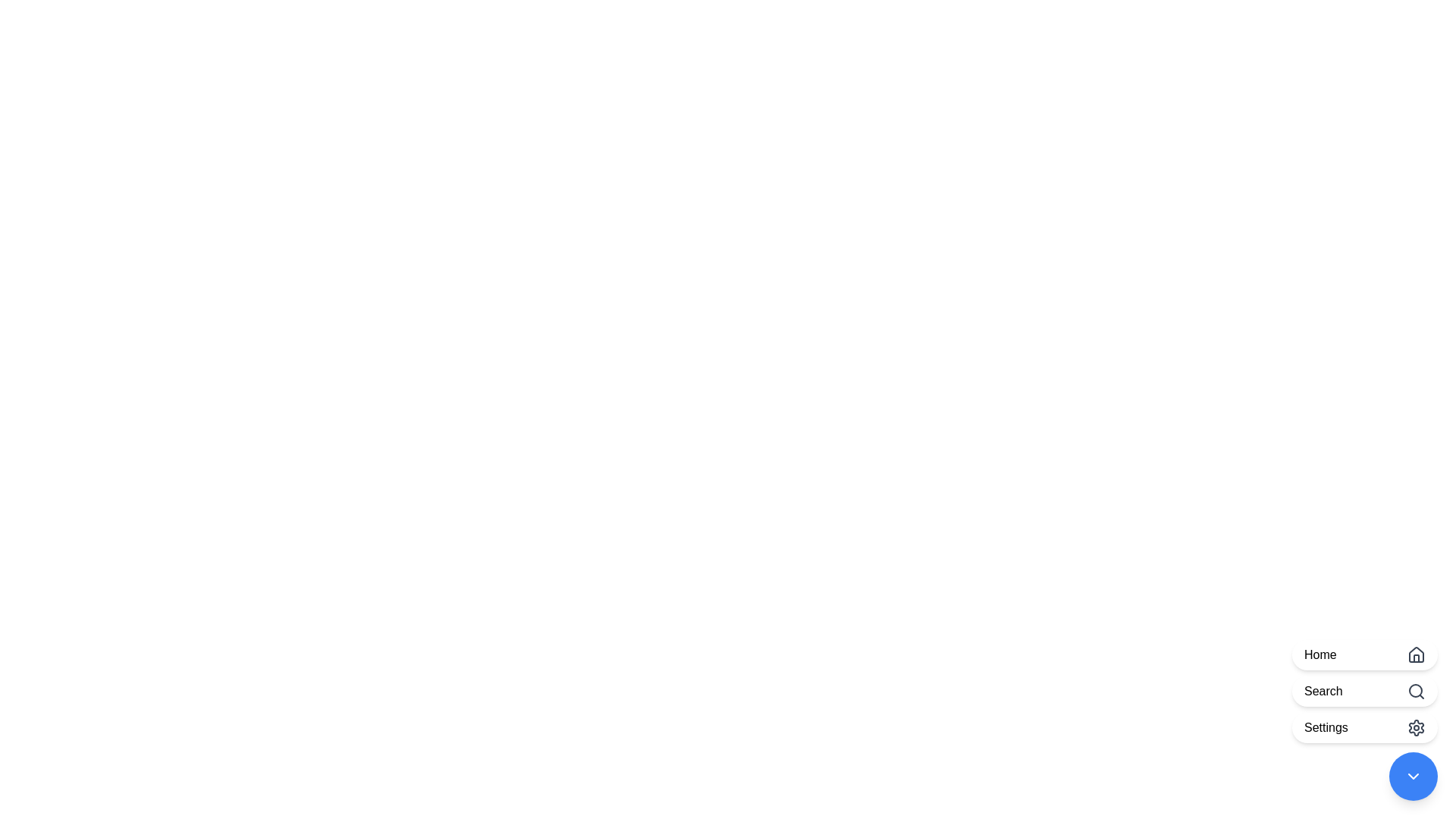 The image size is (1456, 819). Describe the element at coordinates (1323, 691) in the screenshot. I see `the 'Search' text label, which is written in black sans-serif font inside a white rounded rectangle, located in the second item of a vertical menu` at that location.